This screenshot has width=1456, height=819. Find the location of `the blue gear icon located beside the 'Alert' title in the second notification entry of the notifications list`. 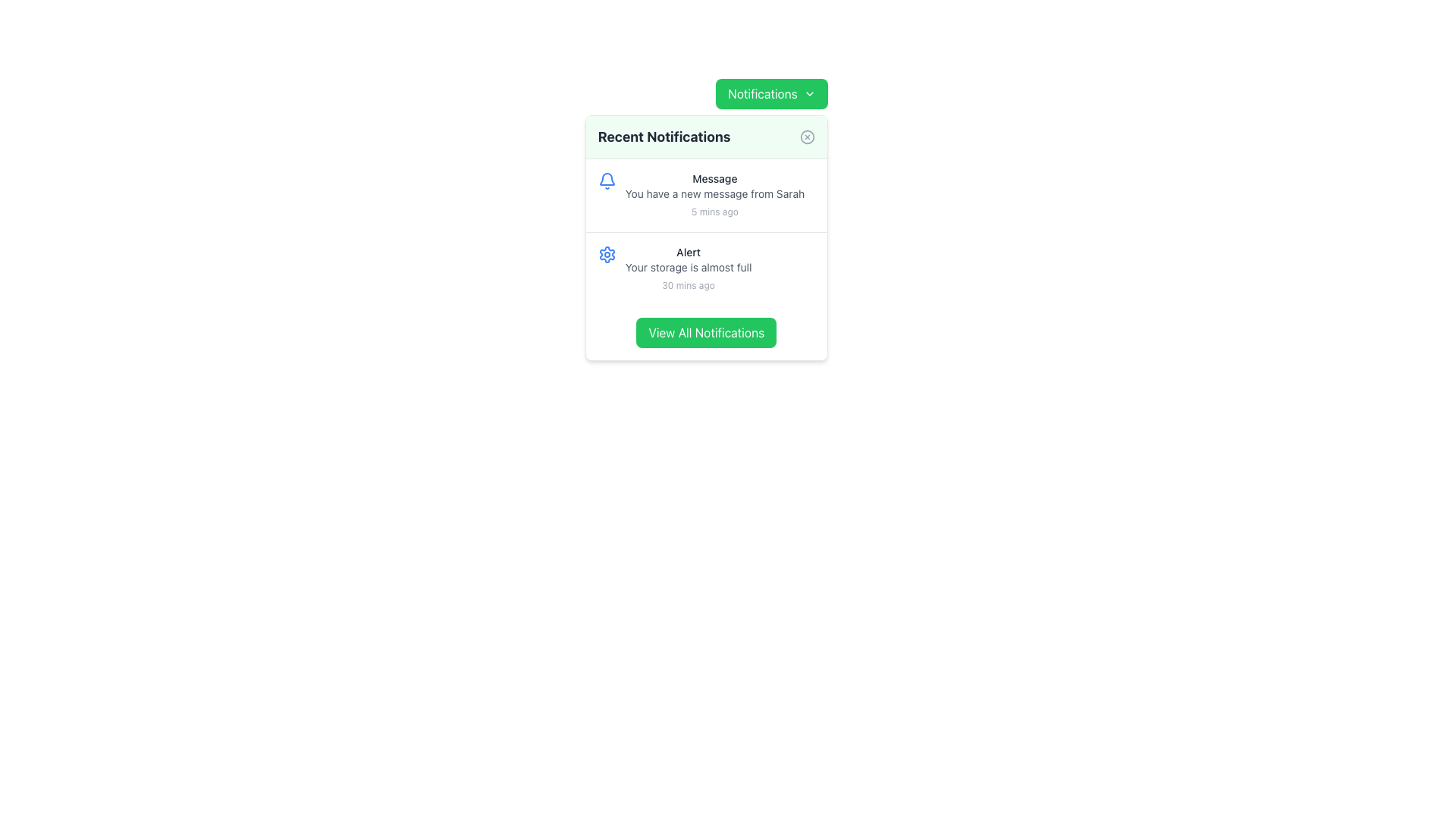

the blue gear icon located beside the 'Alert' title in the second notification entry of the notifications list is located at coordinates (607, 253).